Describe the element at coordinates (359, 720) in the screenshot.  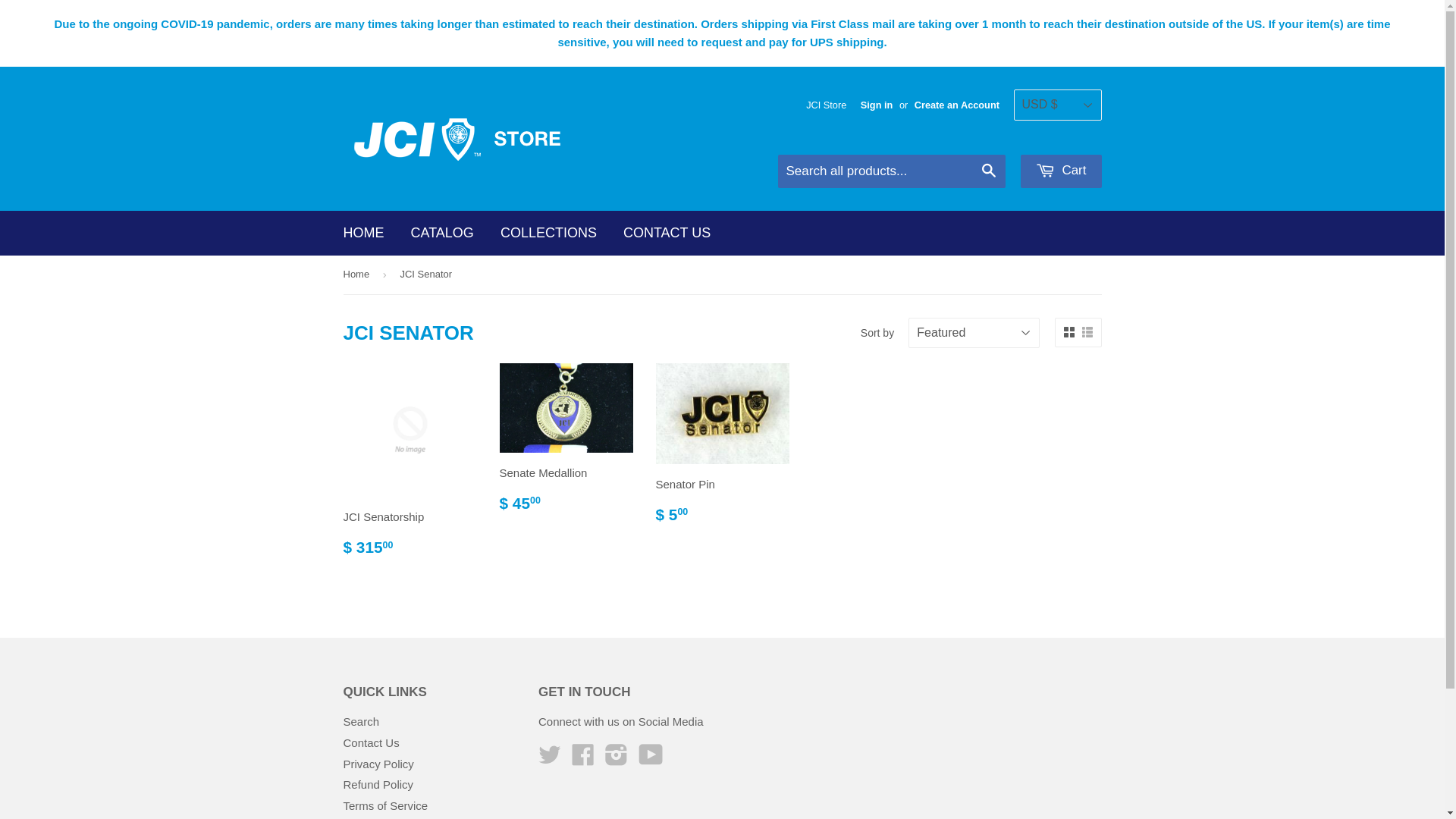
I see `'Search'` at that location.